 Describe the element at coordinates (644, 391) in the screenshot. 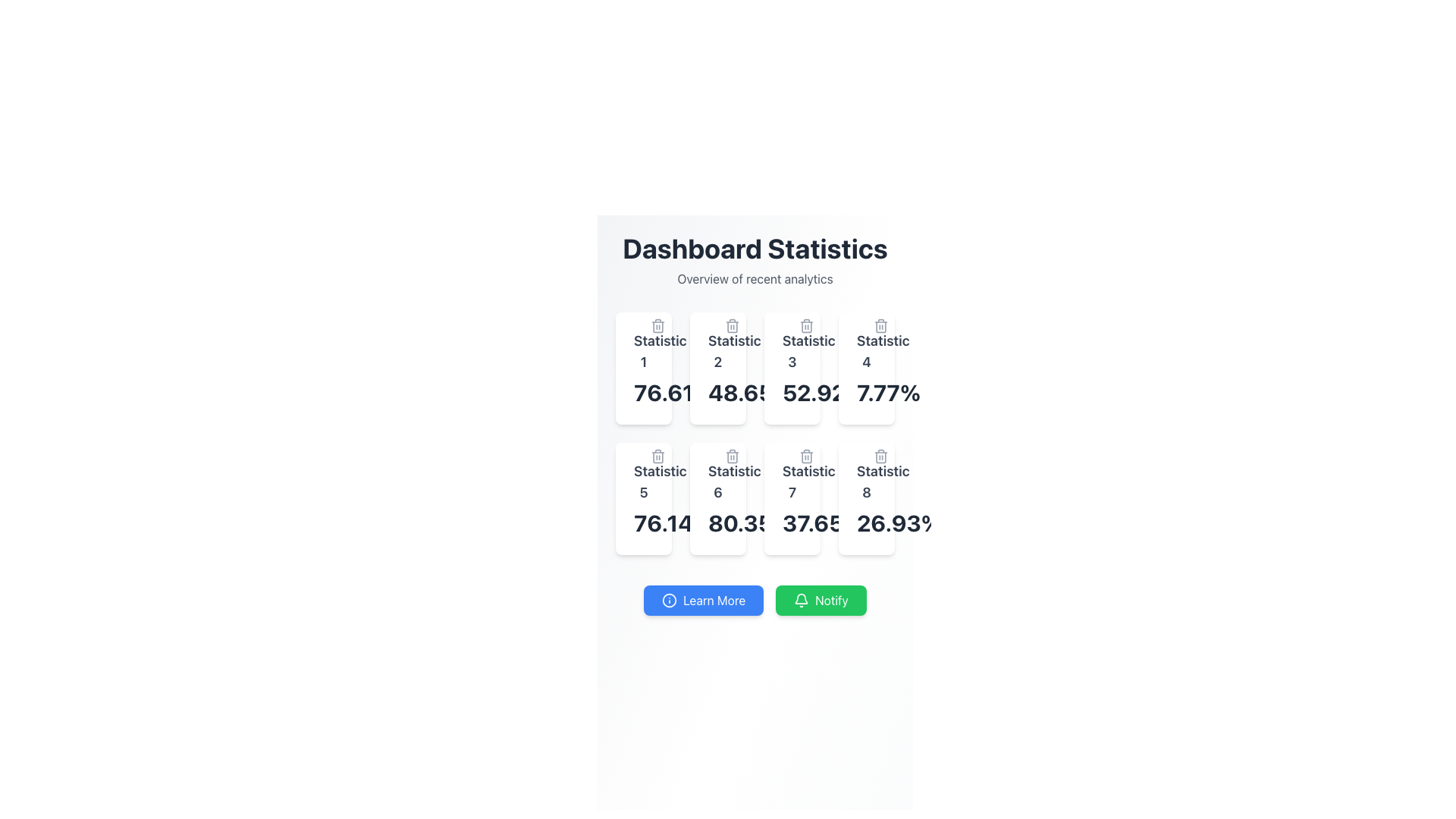

I see `the text label displaying '76.61%' in bold, dark gray font, located within the card component titled 'Statistic 1'` at that location.